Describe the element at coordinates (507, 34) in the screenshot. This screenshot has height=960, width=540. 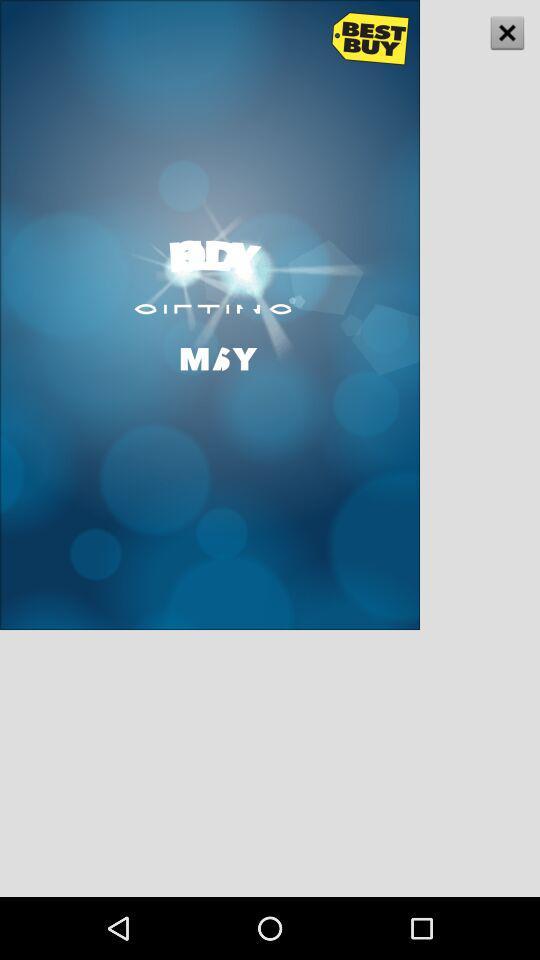
I see `the close icon` at that location.